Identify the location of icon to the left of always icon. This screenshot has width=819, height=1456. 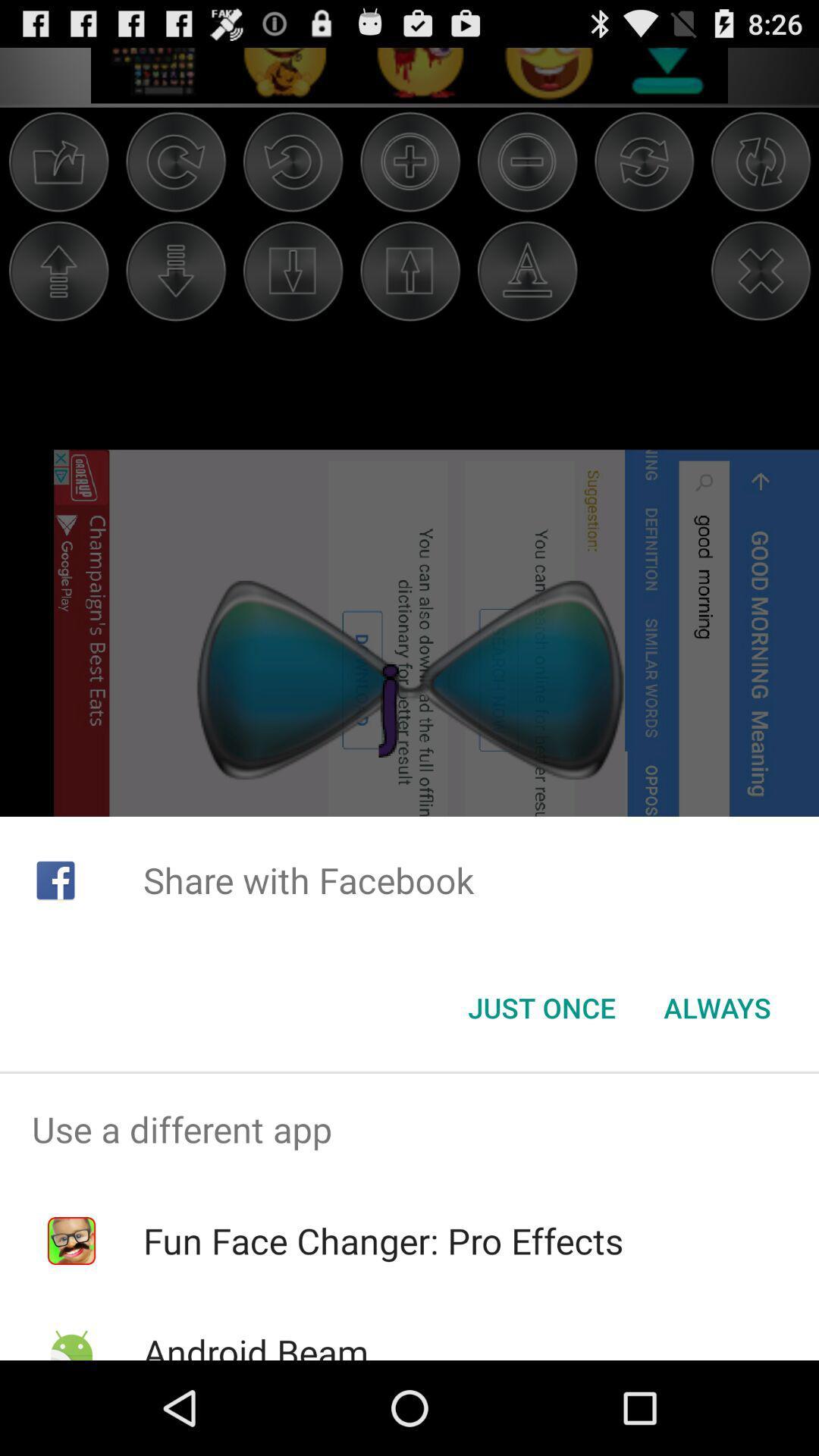
(541, 1008).